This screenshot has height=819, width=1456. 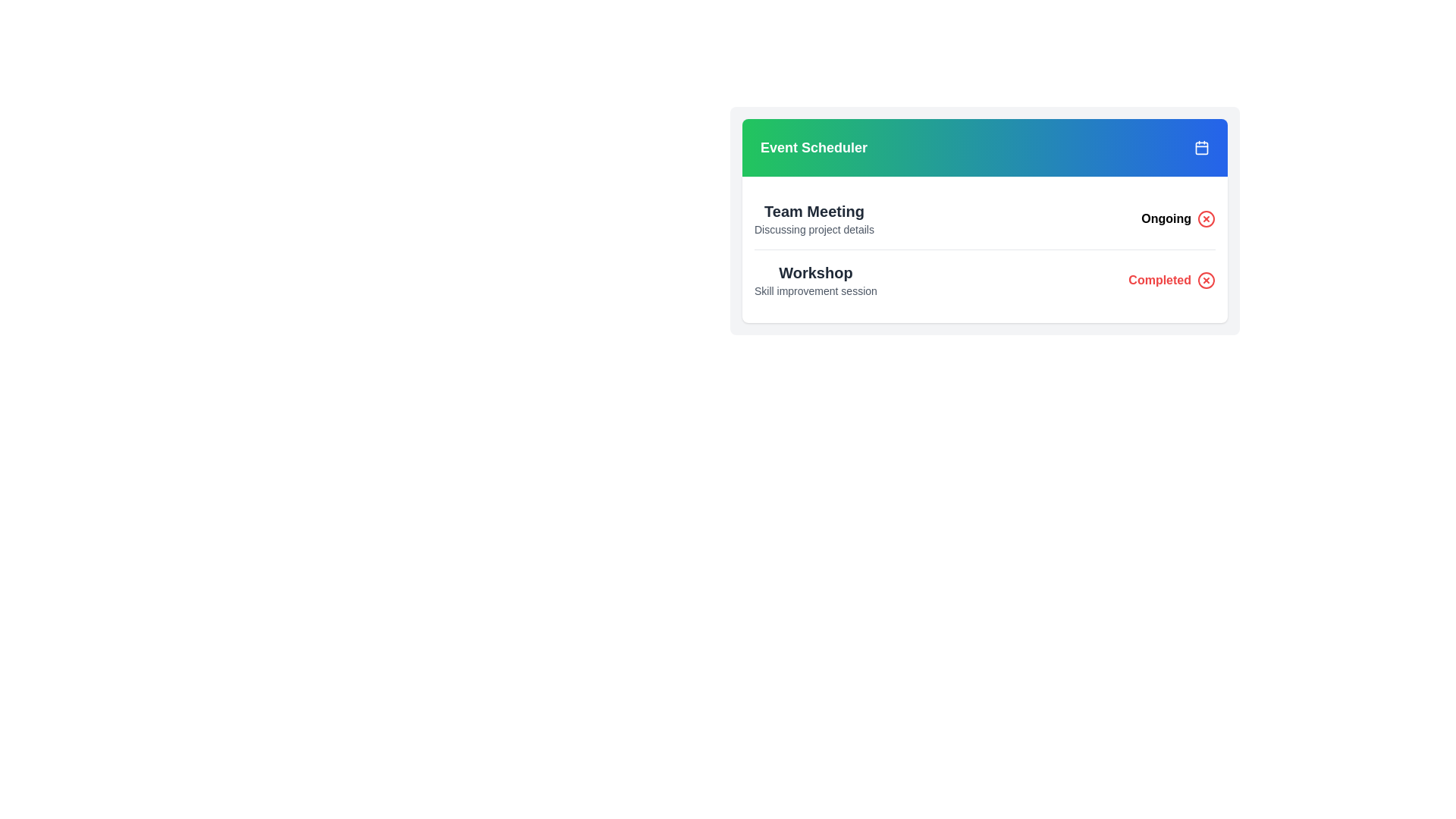 What do you see at coordinates (1205, 281) in the screenshot?
I see `the action icon button located in the bottom row of the 'Event Scheduler' card, aligned to the right of the text 'Completed'` at bounding box center [1205, 281].